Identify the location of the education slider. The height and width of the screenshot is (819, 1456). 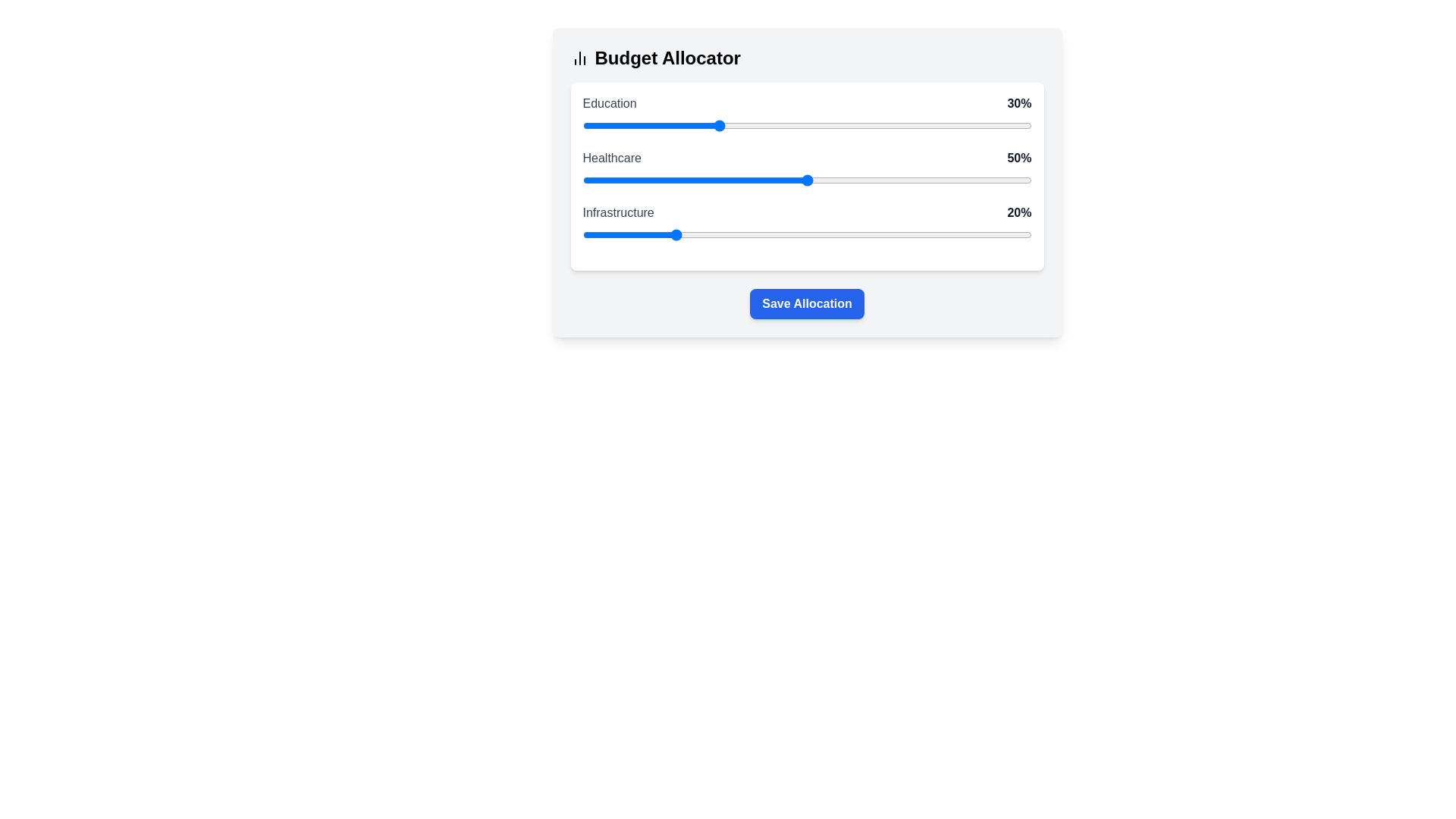
(744, 124).